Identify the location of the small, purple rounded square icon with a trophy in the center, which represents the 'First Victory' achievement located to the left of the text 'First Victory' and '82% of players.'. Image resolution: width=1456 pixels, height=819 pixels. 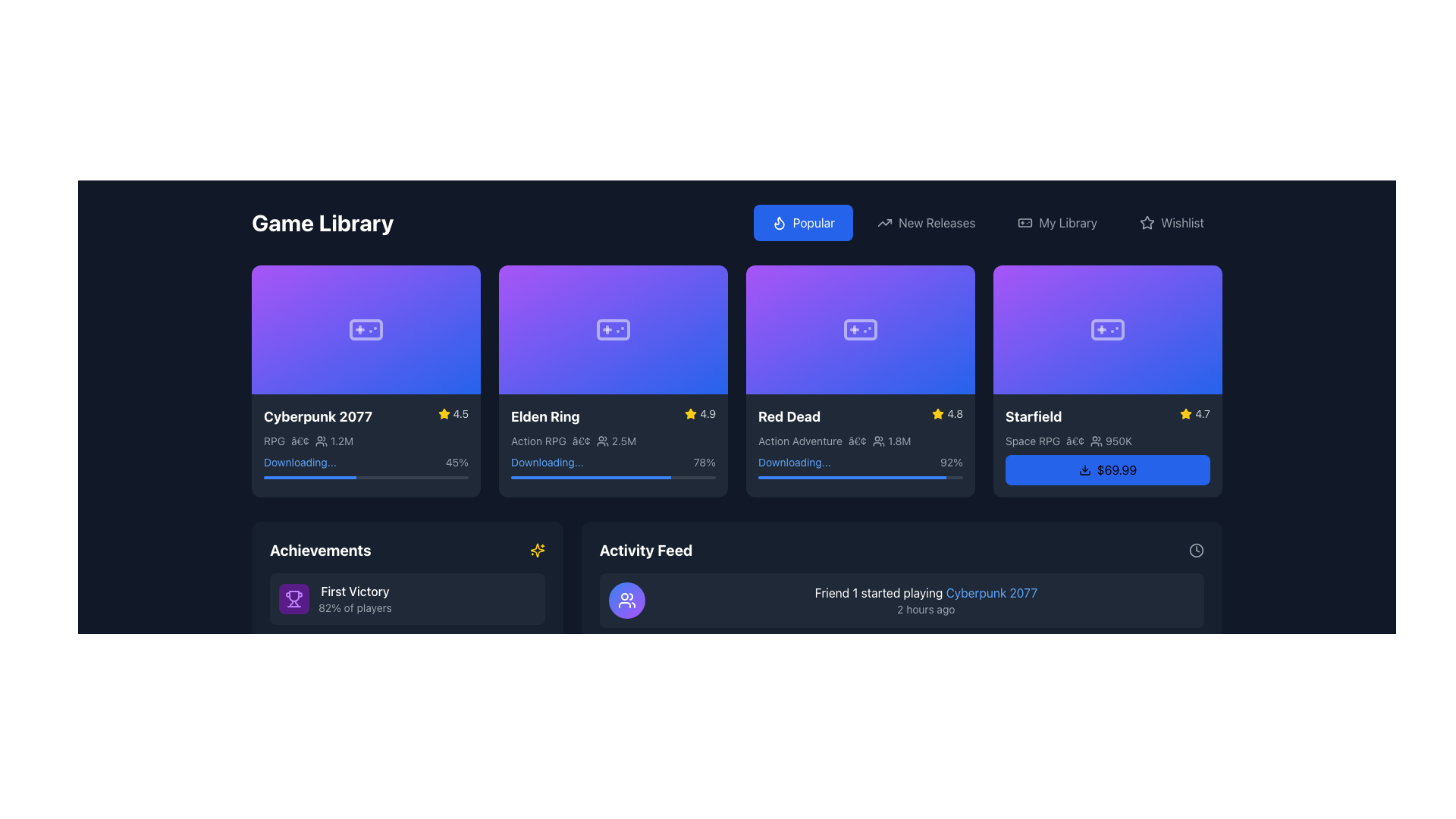
(294, 598).